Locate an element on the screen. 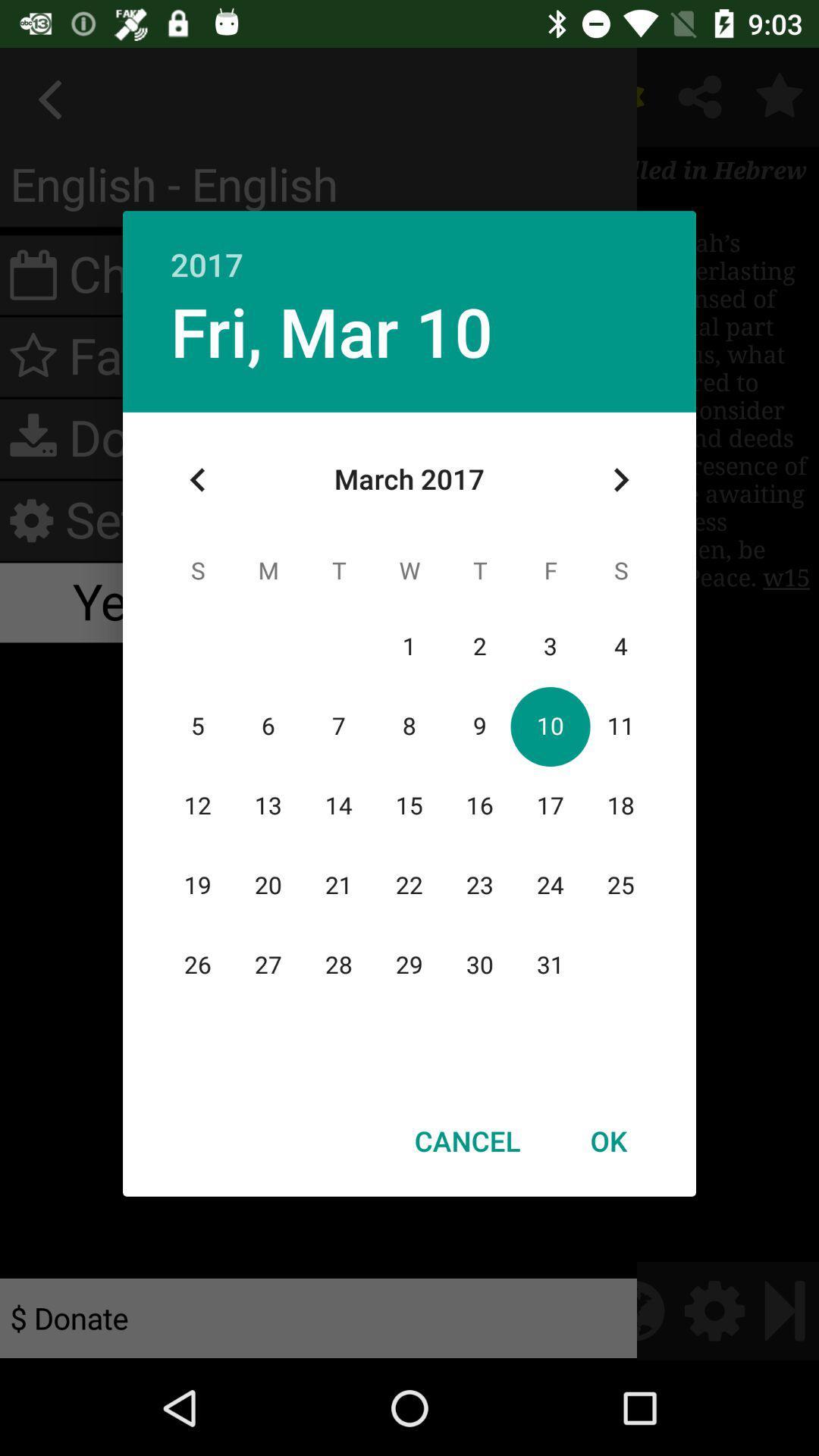 This screenshot has height=1456, width=819. icon next to the ok icon is located at coordinates (466, 1141).